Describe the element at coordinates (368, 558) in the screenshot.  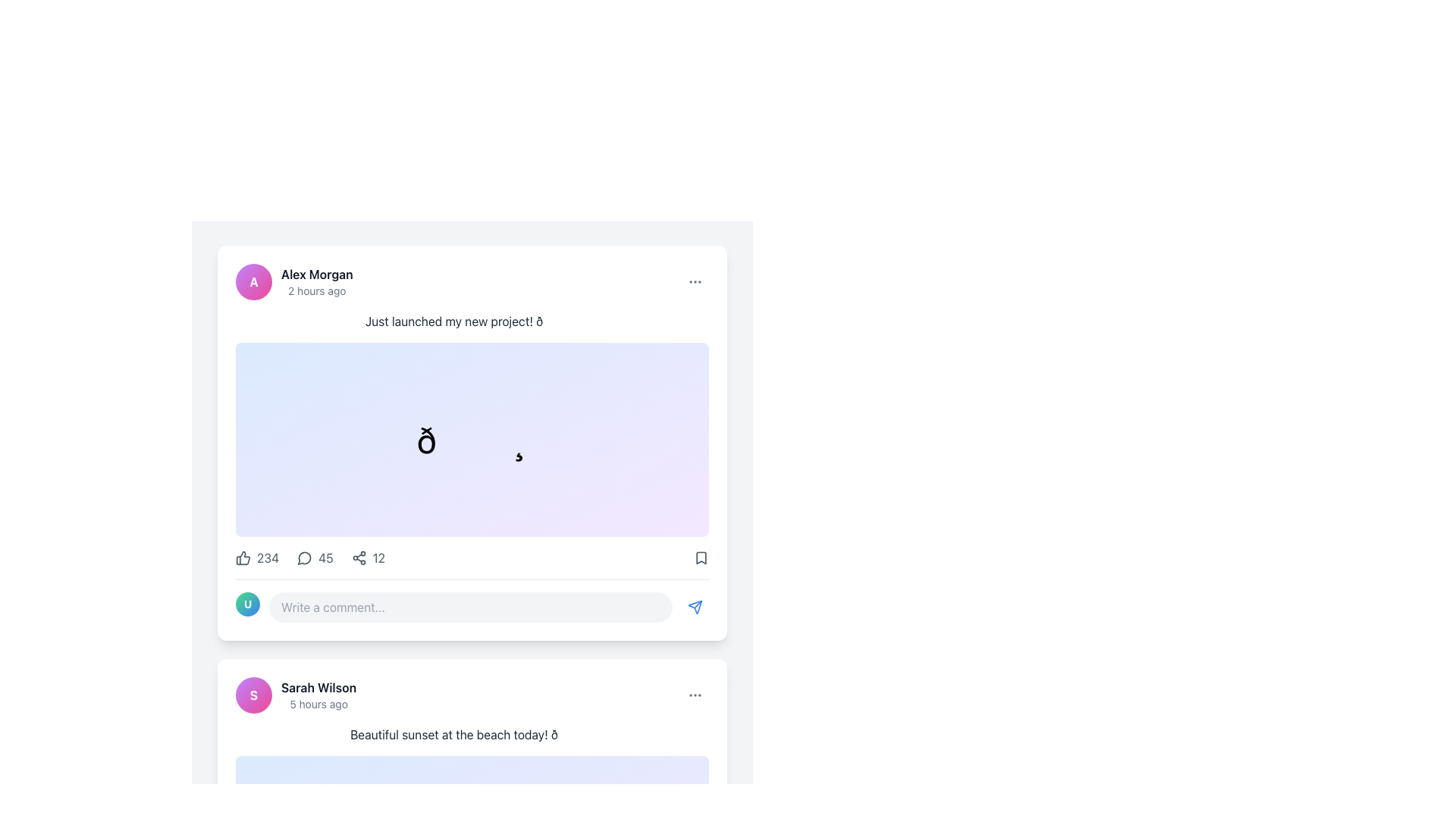
I see `the sharing icon, which is the third item in a horizontal row of interactive elements below a shared post` at that location.